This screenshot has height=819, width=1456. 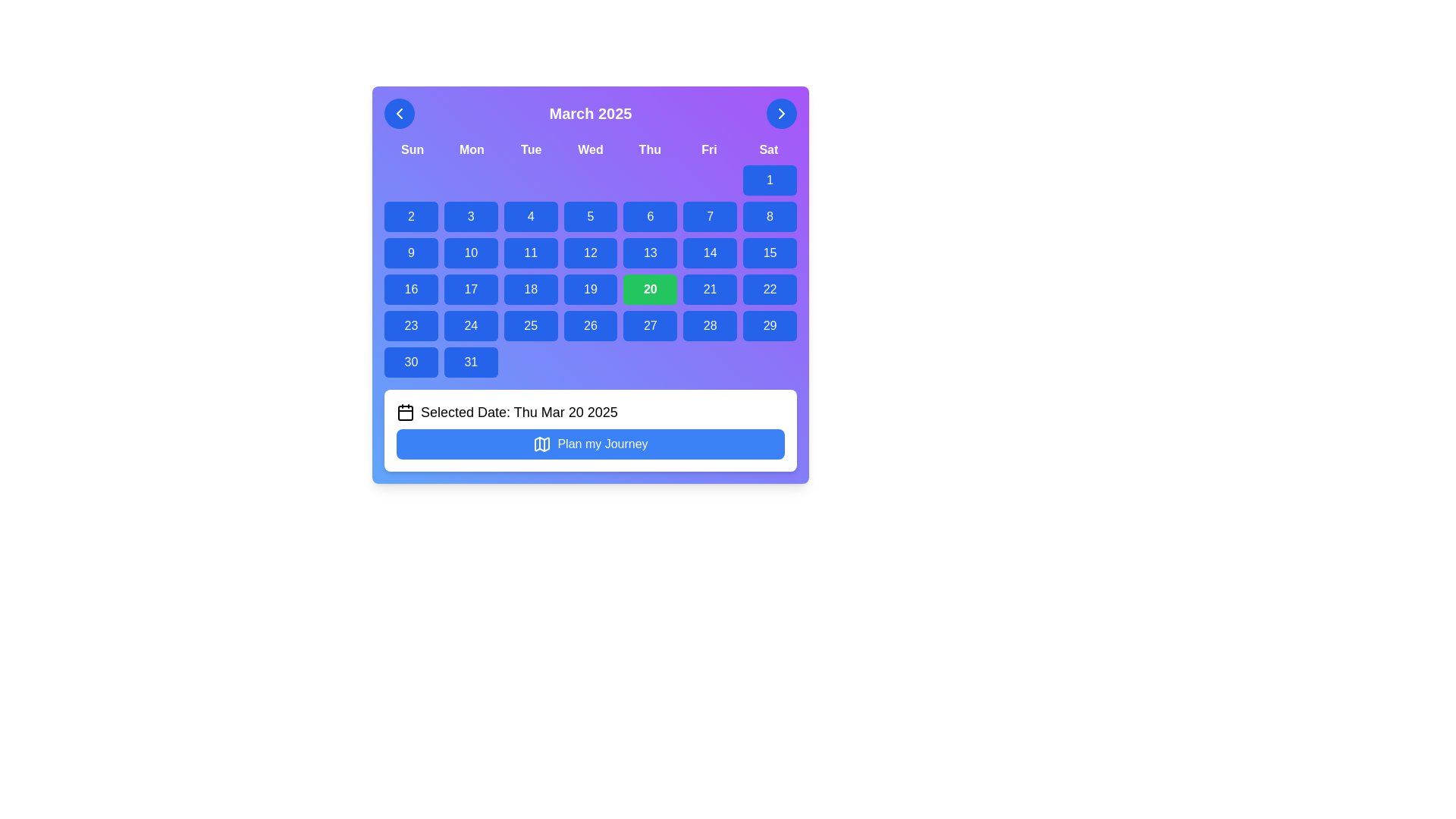 What do you see at coordinates (400, 113) in the screenshot?
I see `the left-facing chevron icon within the circular button located in the upper left corner of the calendar interface` at bounding box center [400, 113].